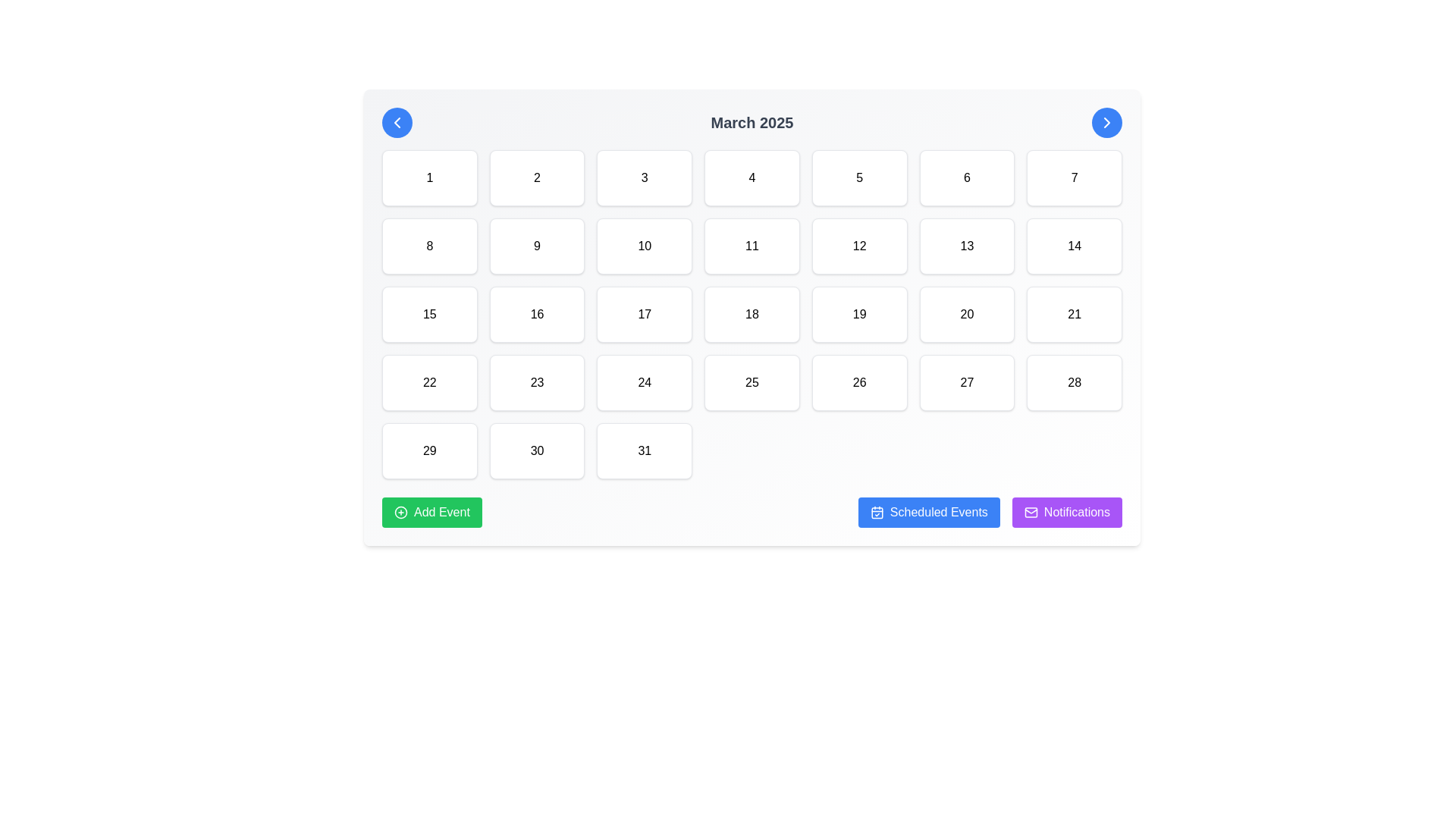 This screenshot has width=1456, height=819. What do you see at coordinates (966, 314) in the screenshot?
I see `the static card displaying the number '20', which is part of a grid layout and is located in the third row and sixth column` at bounding box center [966, 314].